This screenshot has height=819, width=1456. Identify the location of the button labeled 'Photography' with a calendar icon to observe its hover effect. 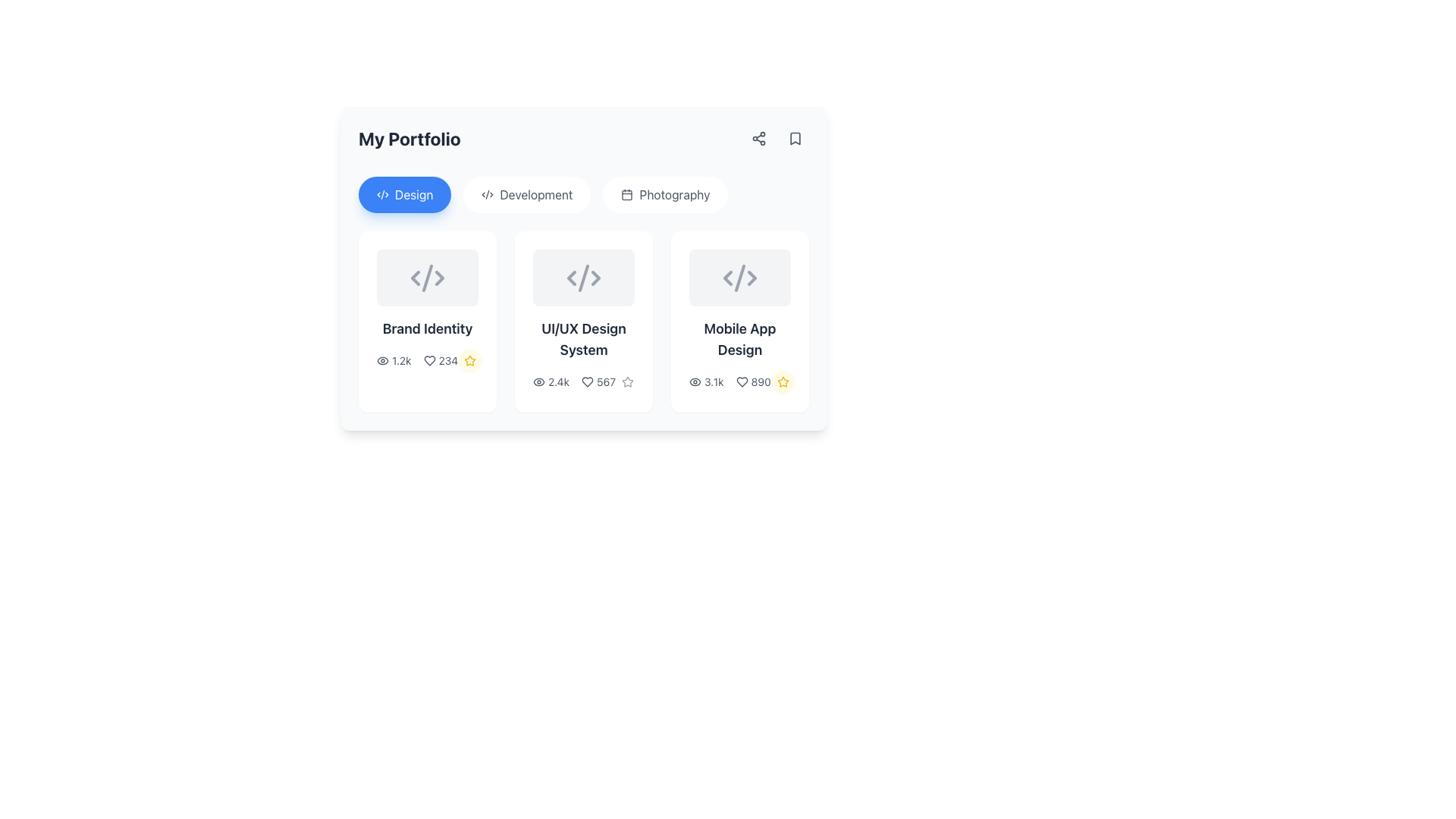
(666, 194).